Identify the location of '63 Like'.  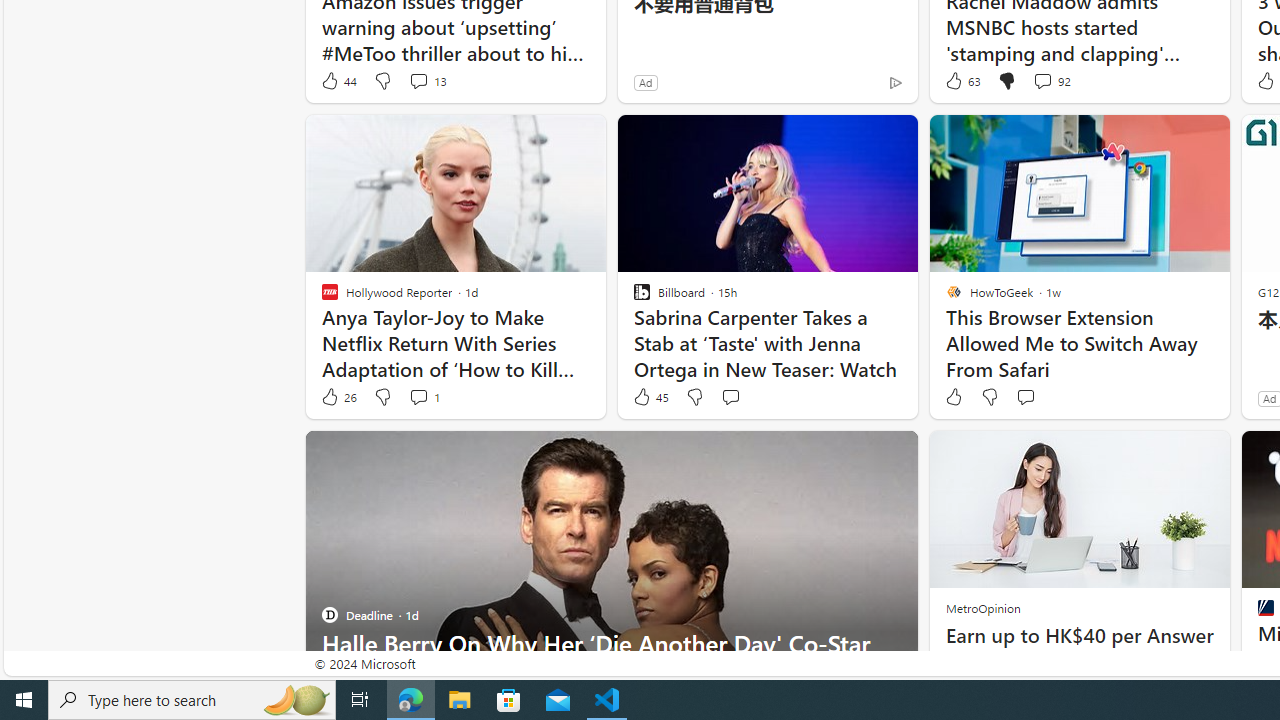
(961, 80).